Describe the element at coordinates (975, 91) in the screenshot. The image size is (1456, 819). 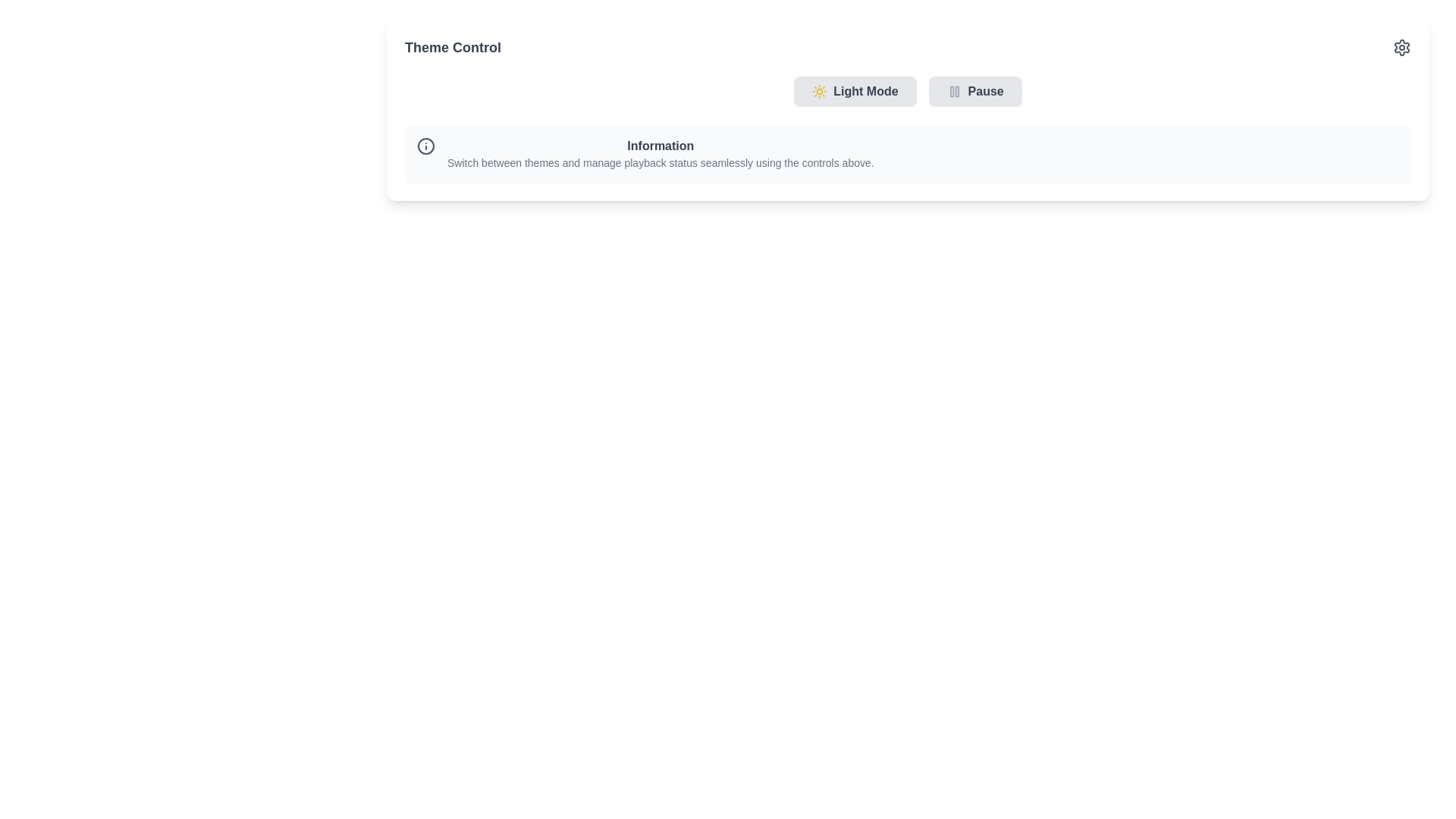
I see `the 'Pause' button, which has a gray background and rounded corners, located to the right of the 'Light Mode' button in the upper section of the interface` at that location.